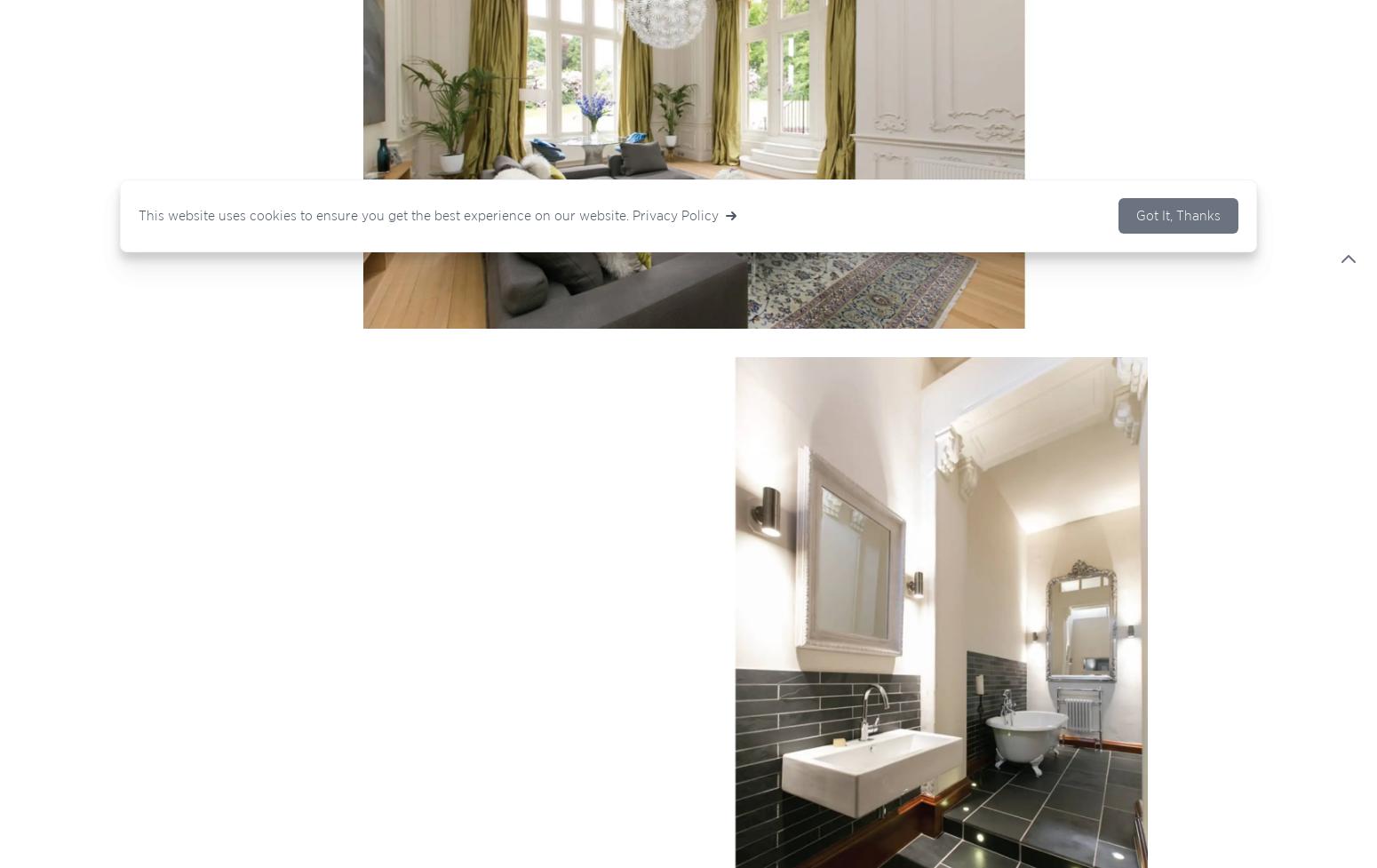  What do you see at coordinates (594, 582) in the screenshot?
I see `'Terms & Conditions'` at bounding box center [594, 582].